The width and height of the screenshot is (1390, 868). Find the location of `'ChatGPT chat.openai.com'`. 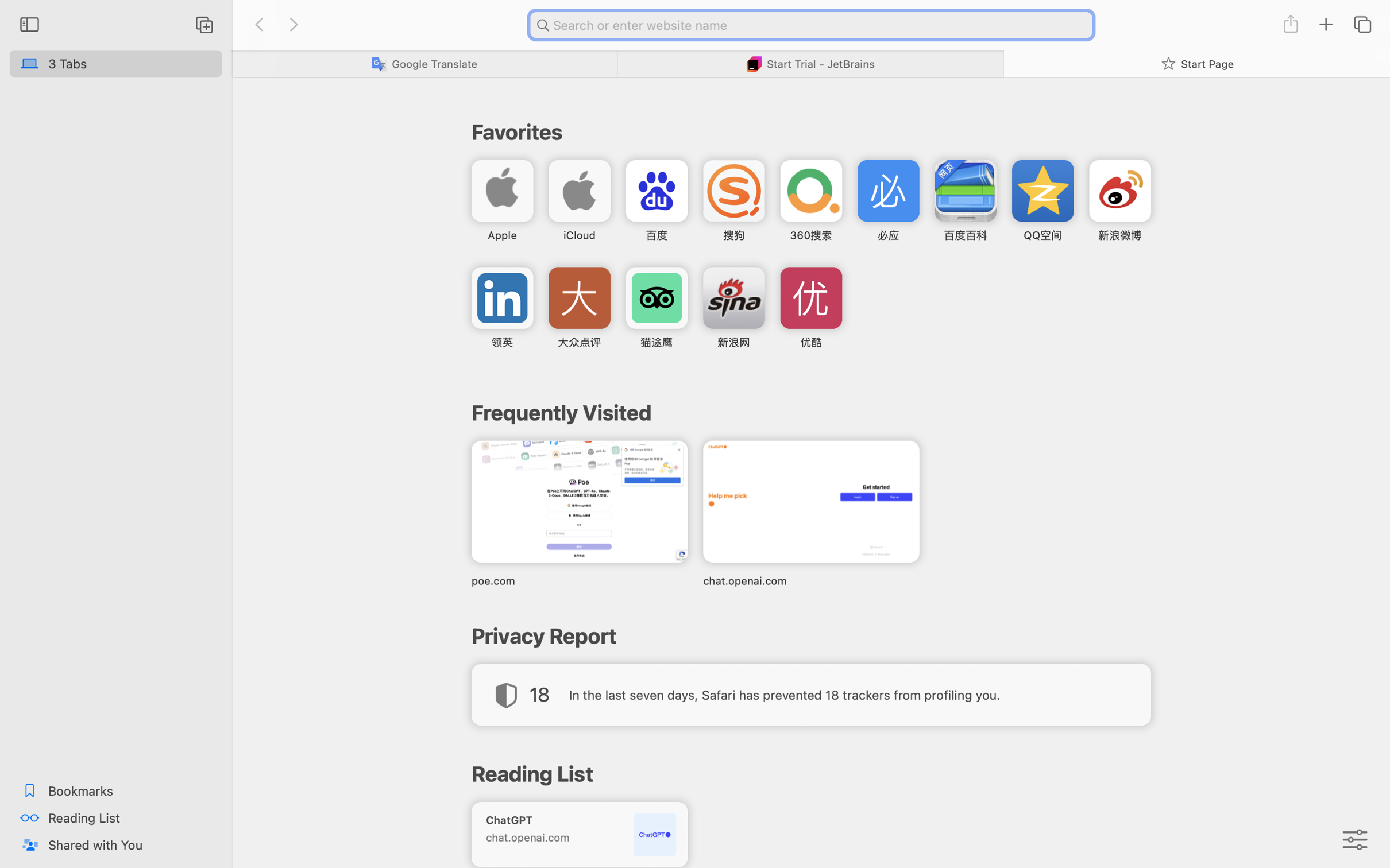

'ChatGPT chat.openai.com' is located at coordinates (578, 834).